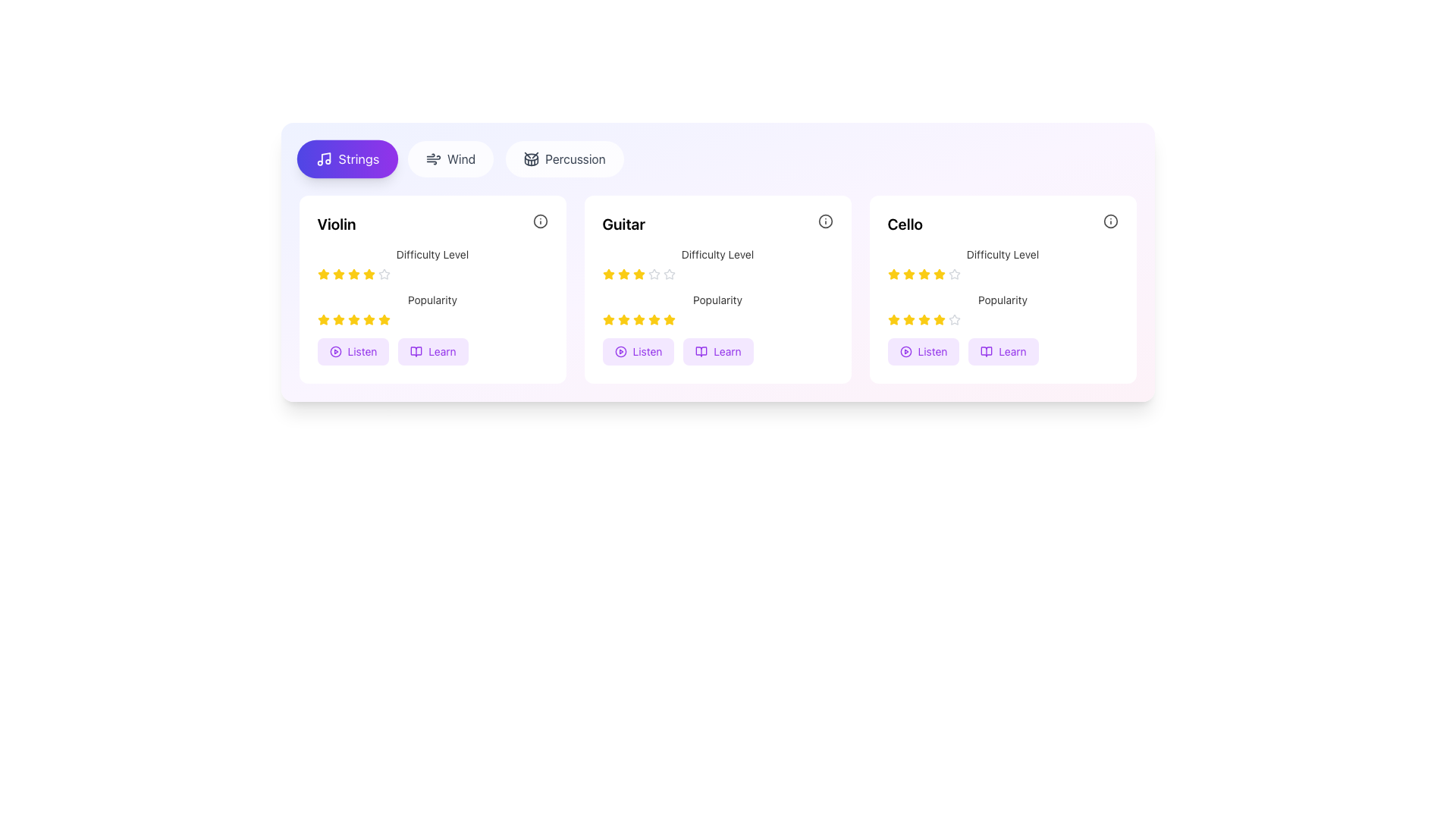  What do you see at coordinates (361, 351) in the screenshot?
I see `text label located at the center-right portion of the button for the 'Violin' card, which is positioned to the left of the 'Learn' text element` at bounding box center [361, 351].